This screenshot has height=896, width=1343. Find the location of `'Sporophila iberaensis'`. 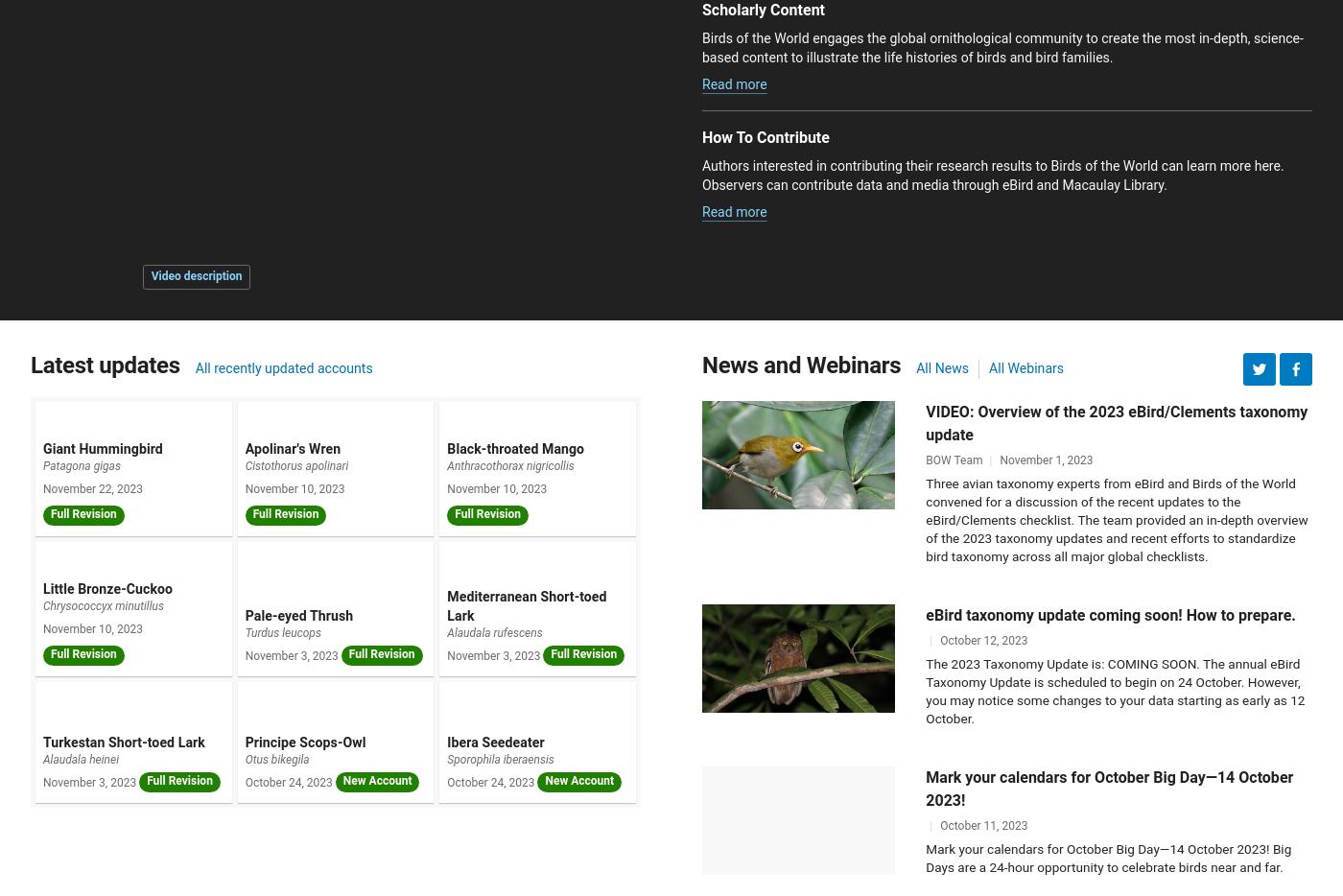

'Sporophila iberaensis' is located at coordinates (500, 758).